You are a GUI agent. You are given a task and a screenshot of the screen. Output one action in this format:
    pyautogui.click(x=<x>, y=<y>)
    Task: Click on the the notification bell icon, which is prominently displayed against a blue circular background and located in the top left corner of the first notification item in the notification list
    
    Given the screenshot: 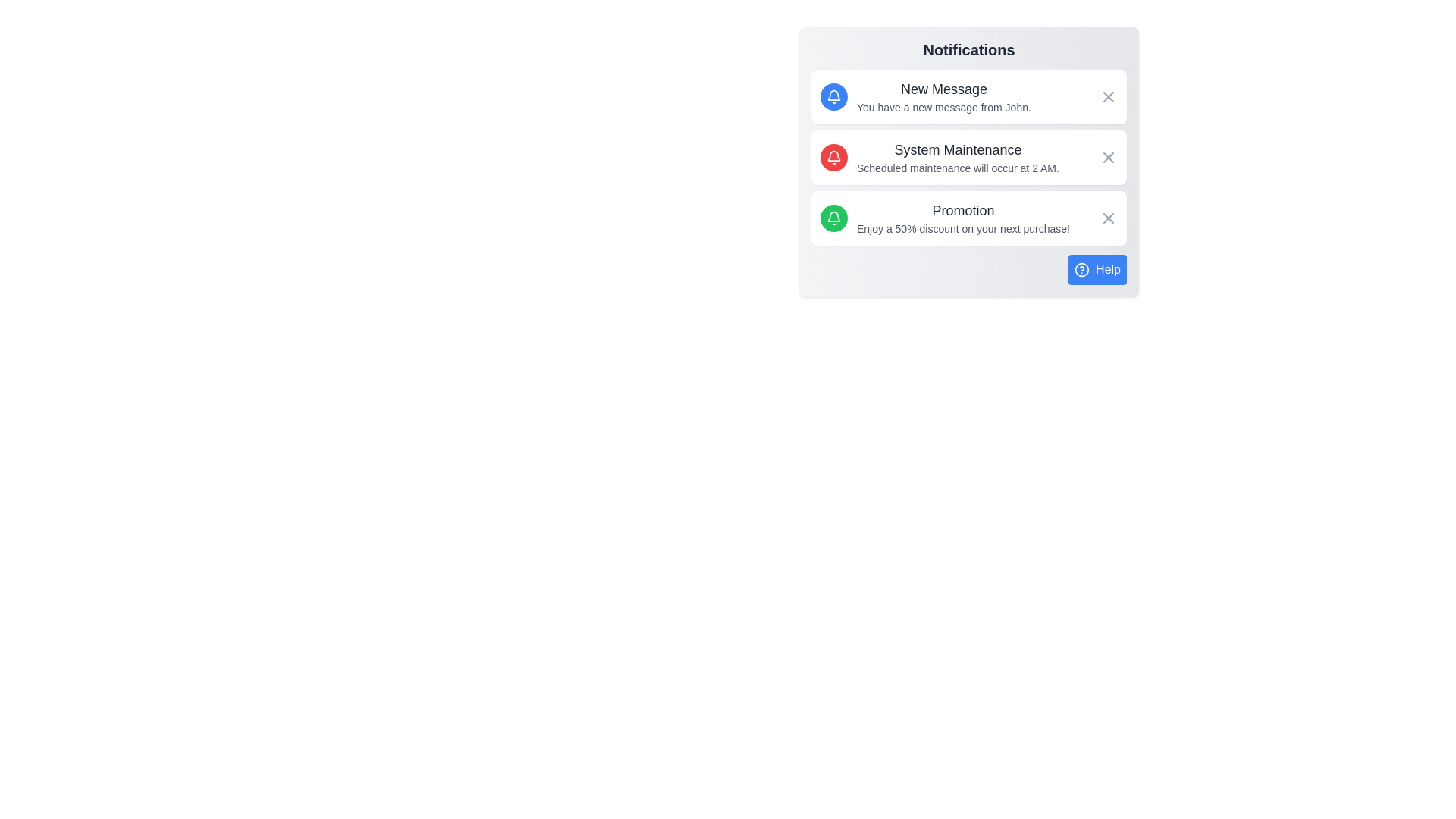 What is the action you would take?
    pyautogui.click(x=833, y=96)
    